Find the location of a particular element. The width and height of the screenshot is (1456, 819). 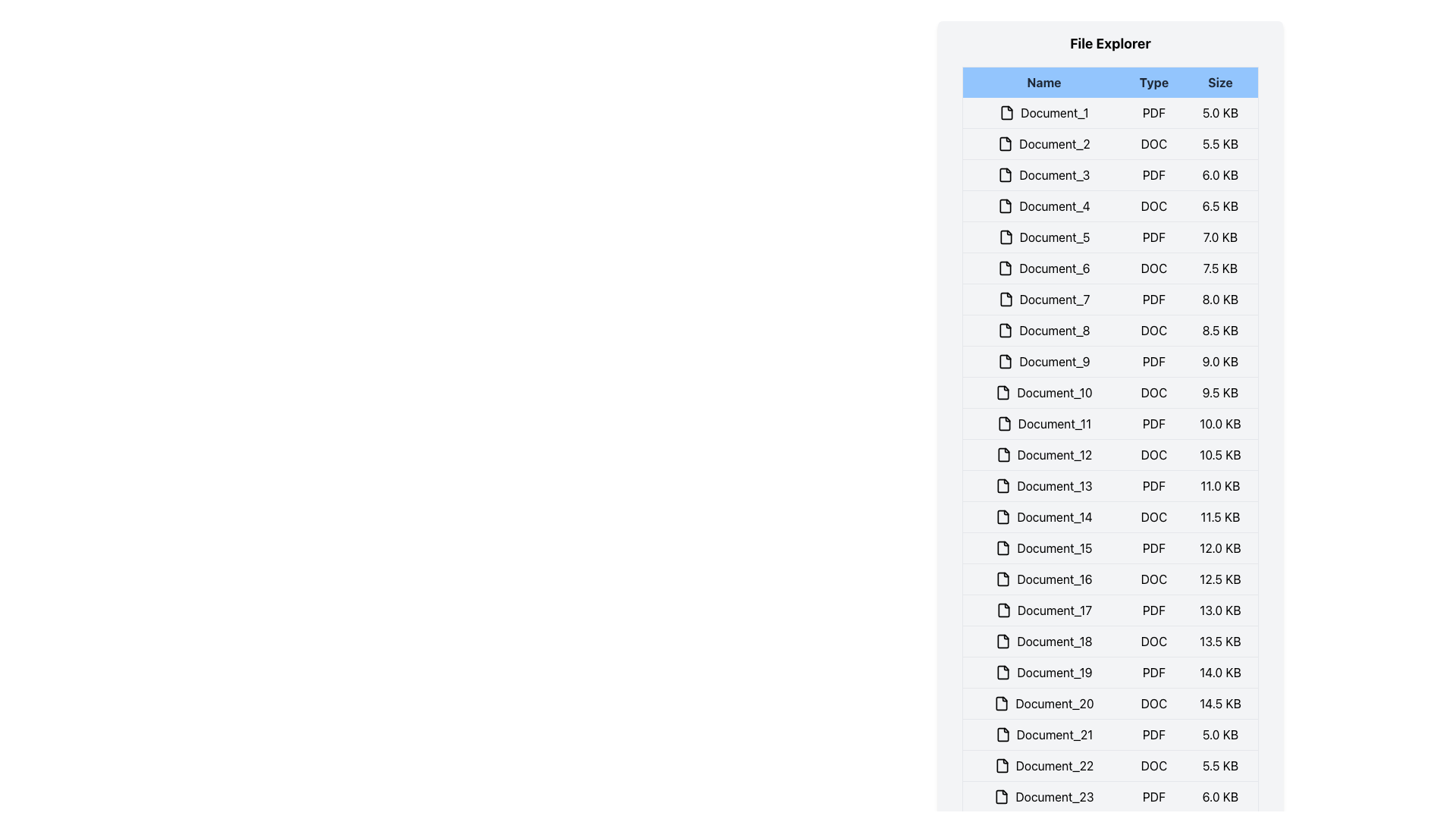

the graphical icon representing a document file located at the beginning of the 10th row of the file explorer list, which is styled in black and resembles a document file is located at coordinates (1003, 391).